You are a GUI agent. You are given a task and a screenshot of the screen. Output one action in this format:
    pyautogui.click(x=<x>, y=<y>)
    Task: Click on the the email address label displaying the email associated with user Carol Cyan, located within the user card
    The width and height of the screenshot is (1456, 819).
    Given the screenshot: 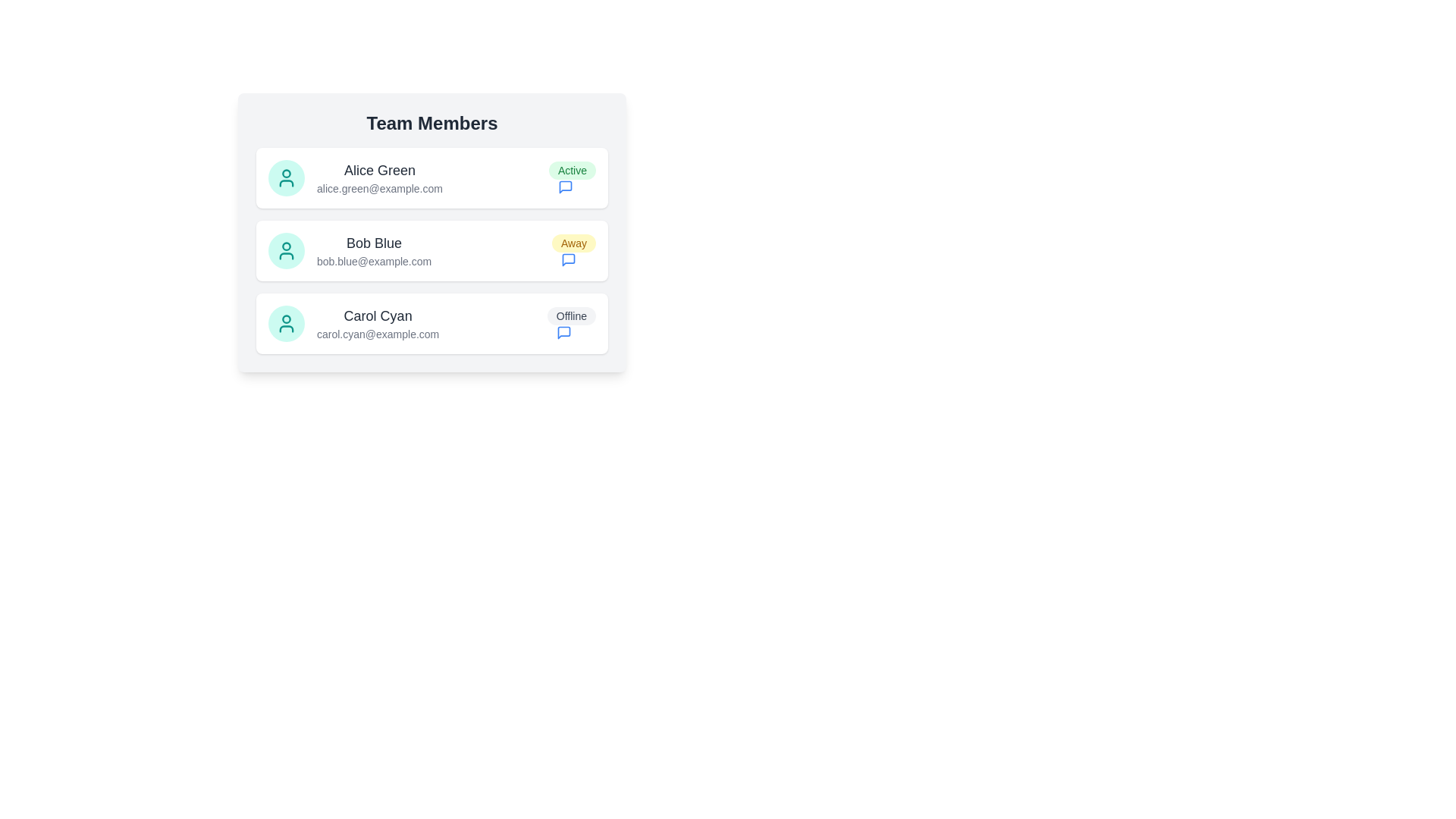 What is the action you would take?
    pyautogui.click(x=378, y=333)
    